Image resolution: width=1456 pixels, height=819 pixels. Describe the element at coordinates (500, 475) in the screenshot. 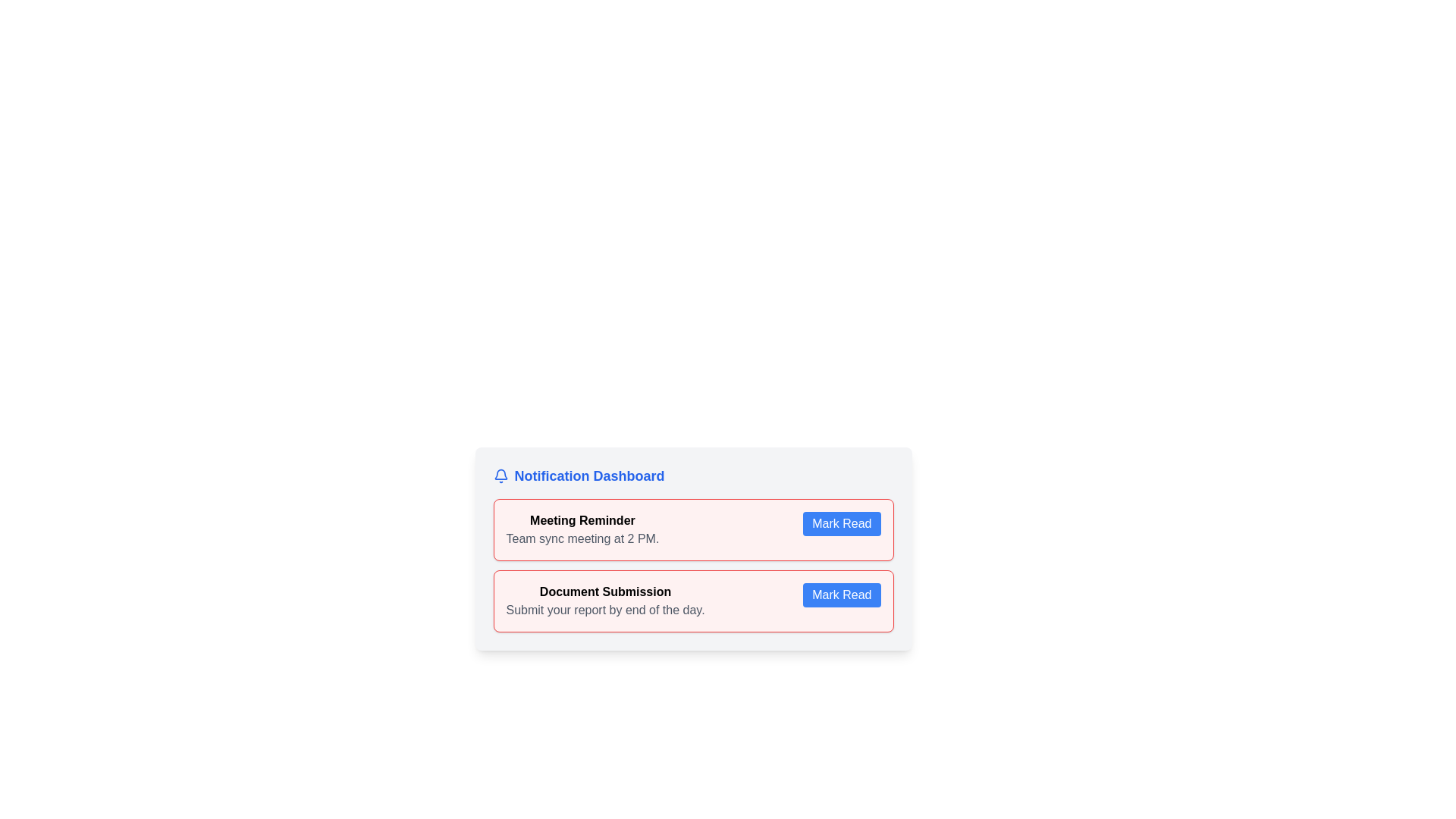

I see `the bell icon with a blue outline located to the far left of the 'Notification Dashboard' title bar` at that location.